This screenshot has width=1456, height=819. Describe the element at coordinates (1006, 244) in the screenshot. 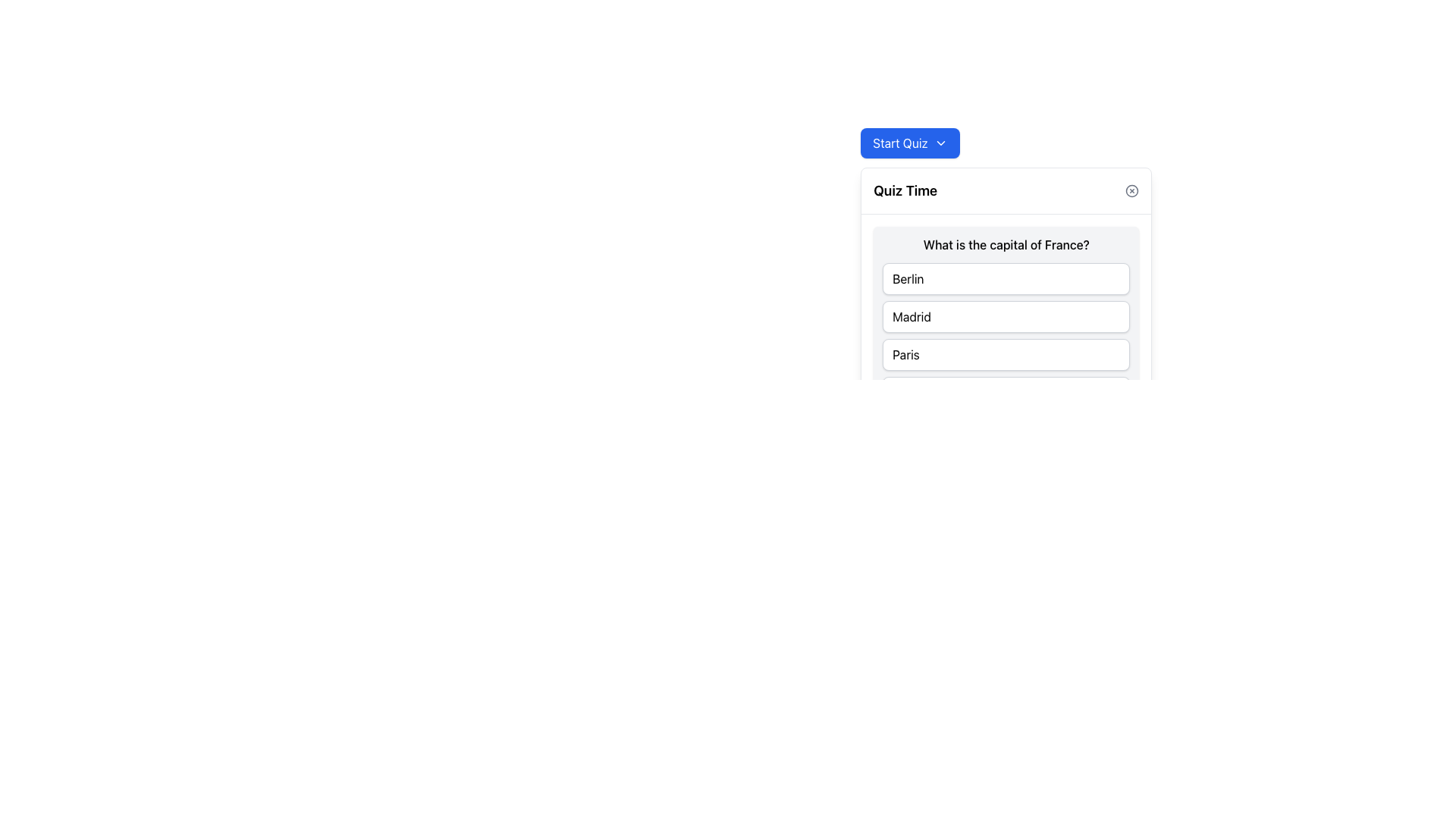

I see `the question prompt label located at the top section of the quiz interface, which is horizontally centered above the answer options` at that location.